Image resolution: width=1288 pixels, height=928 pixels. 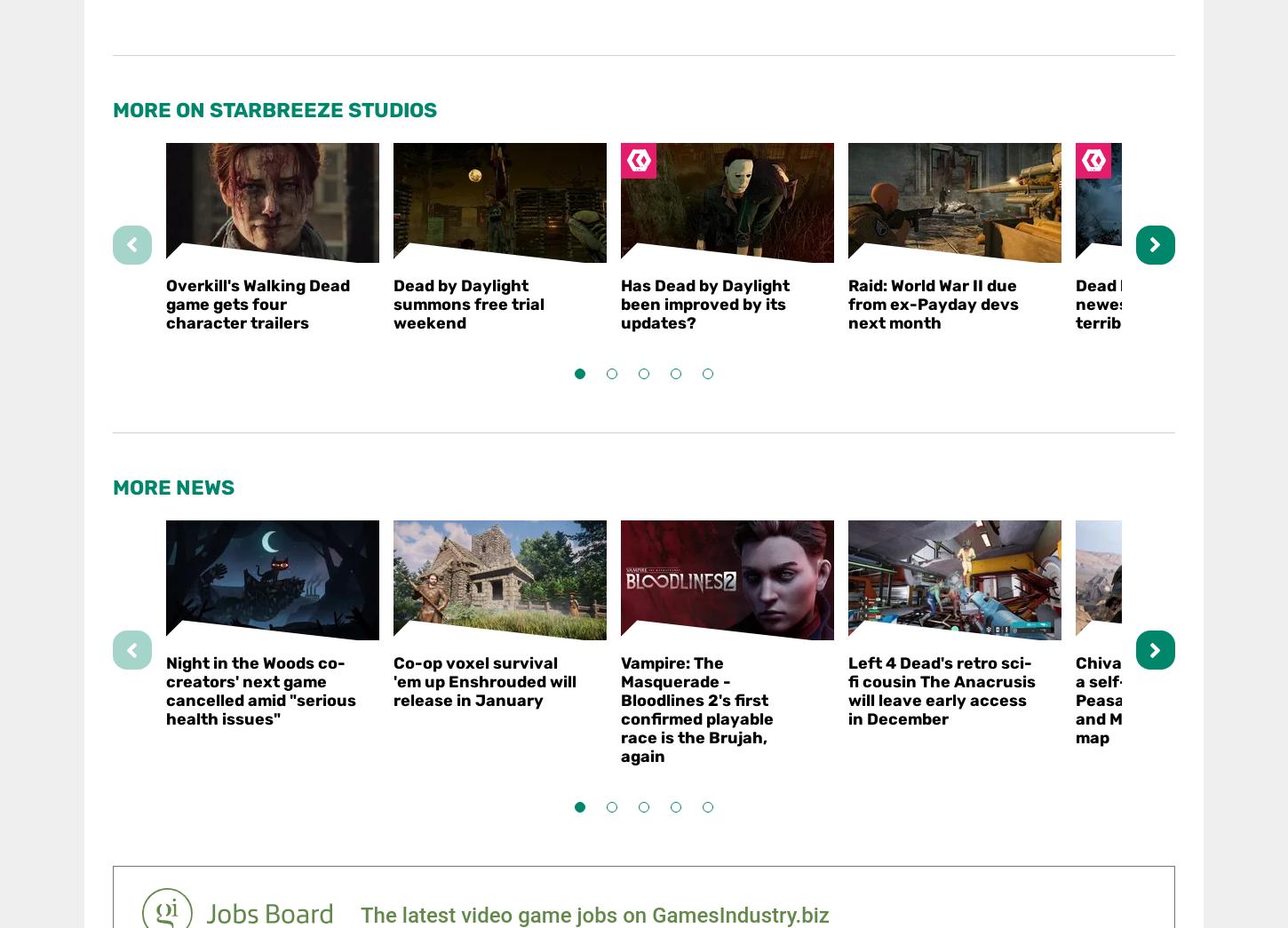 I want to click on 'Left 4 Dead's retro sci-fi cousin The Anacrusis will leave early access in December', so click(x=847, y=690).